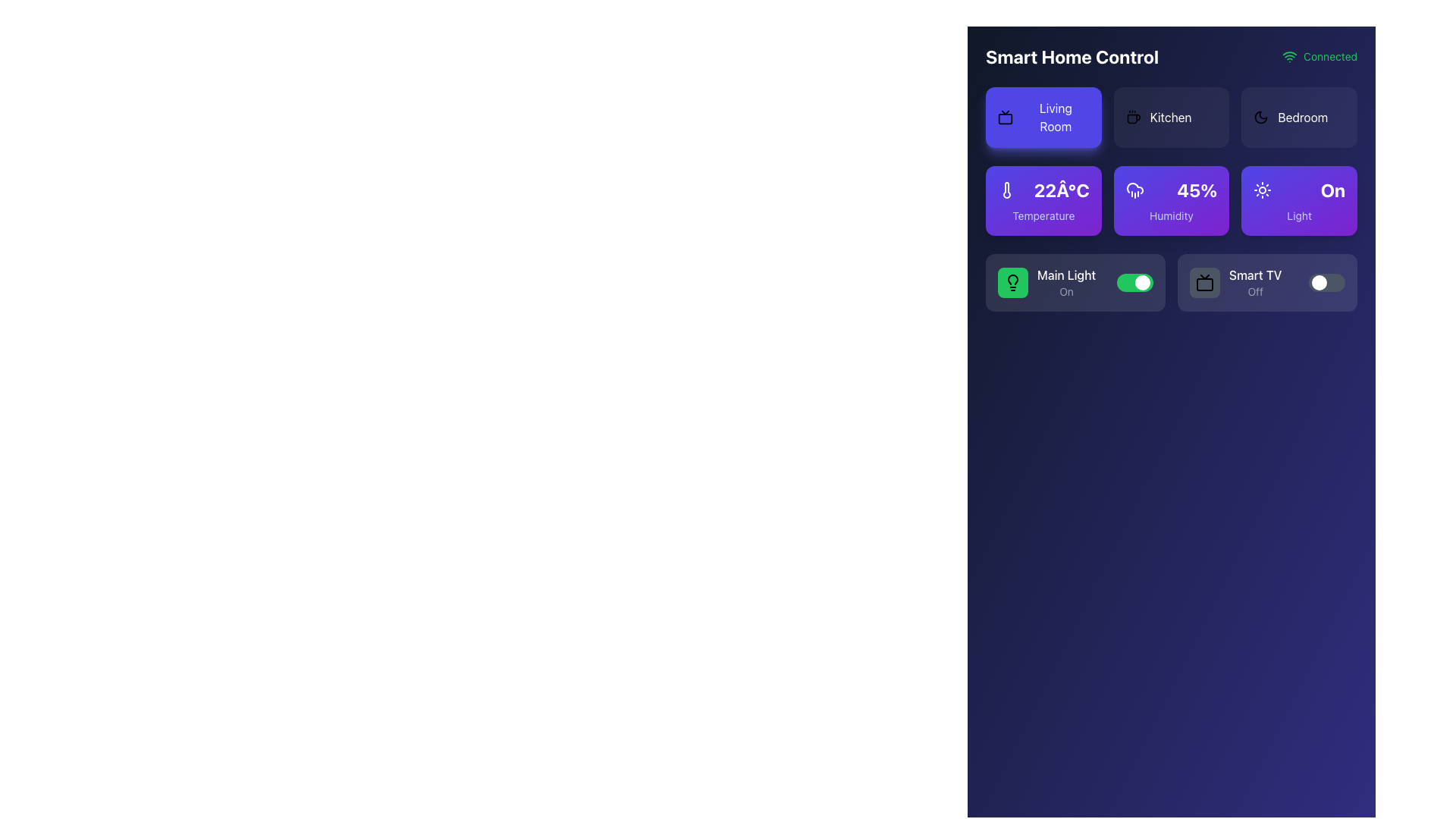  What do you see at coordinates (1318, 283) in the screenshot?
I see `the toggle switch thumb, which is a small white circular object on the left side of the 'Smart TV' switch` at bounding box center [1318, 283].